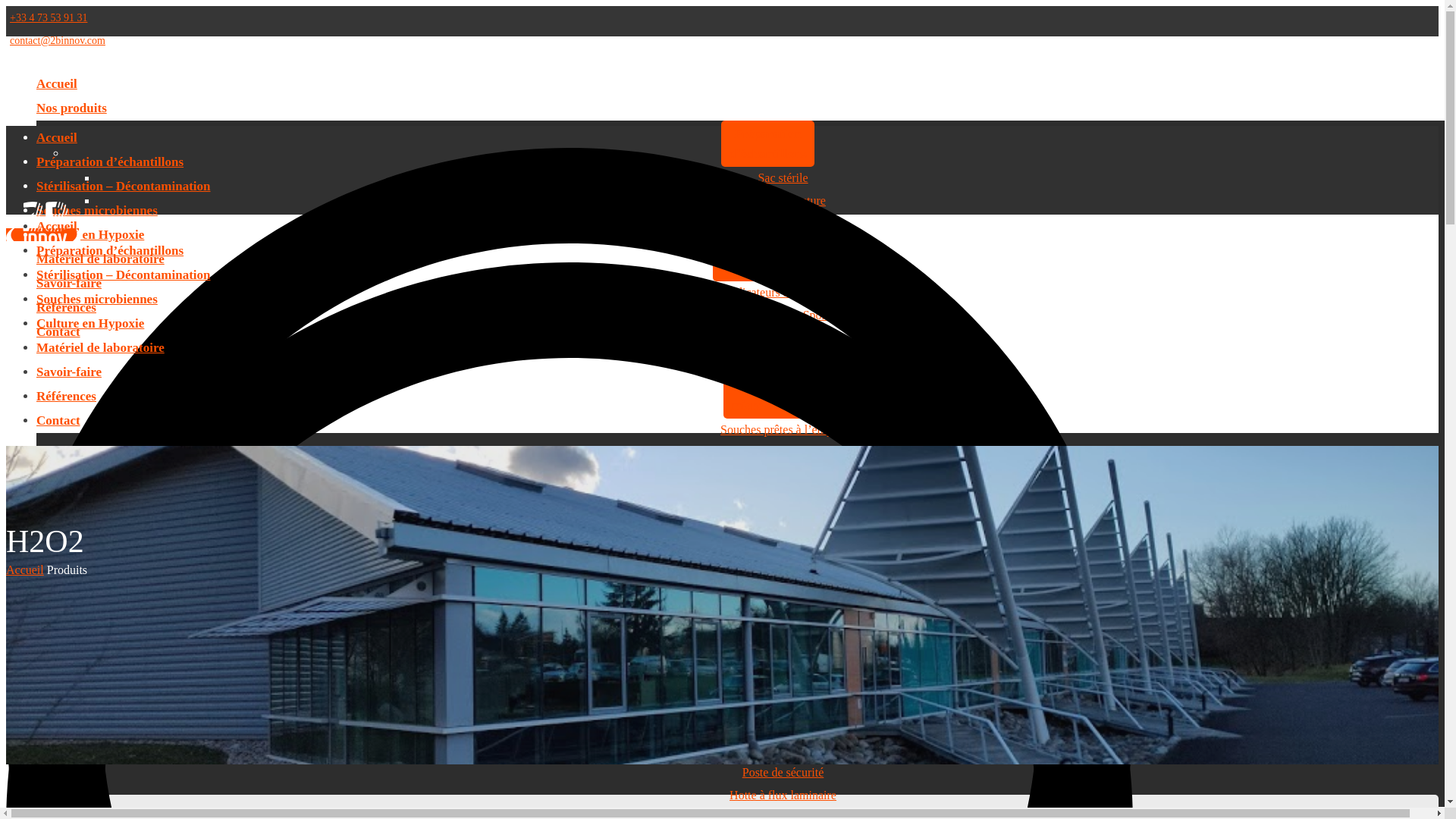  I want to click on 'Suspension de Spores', so click(783, 314).